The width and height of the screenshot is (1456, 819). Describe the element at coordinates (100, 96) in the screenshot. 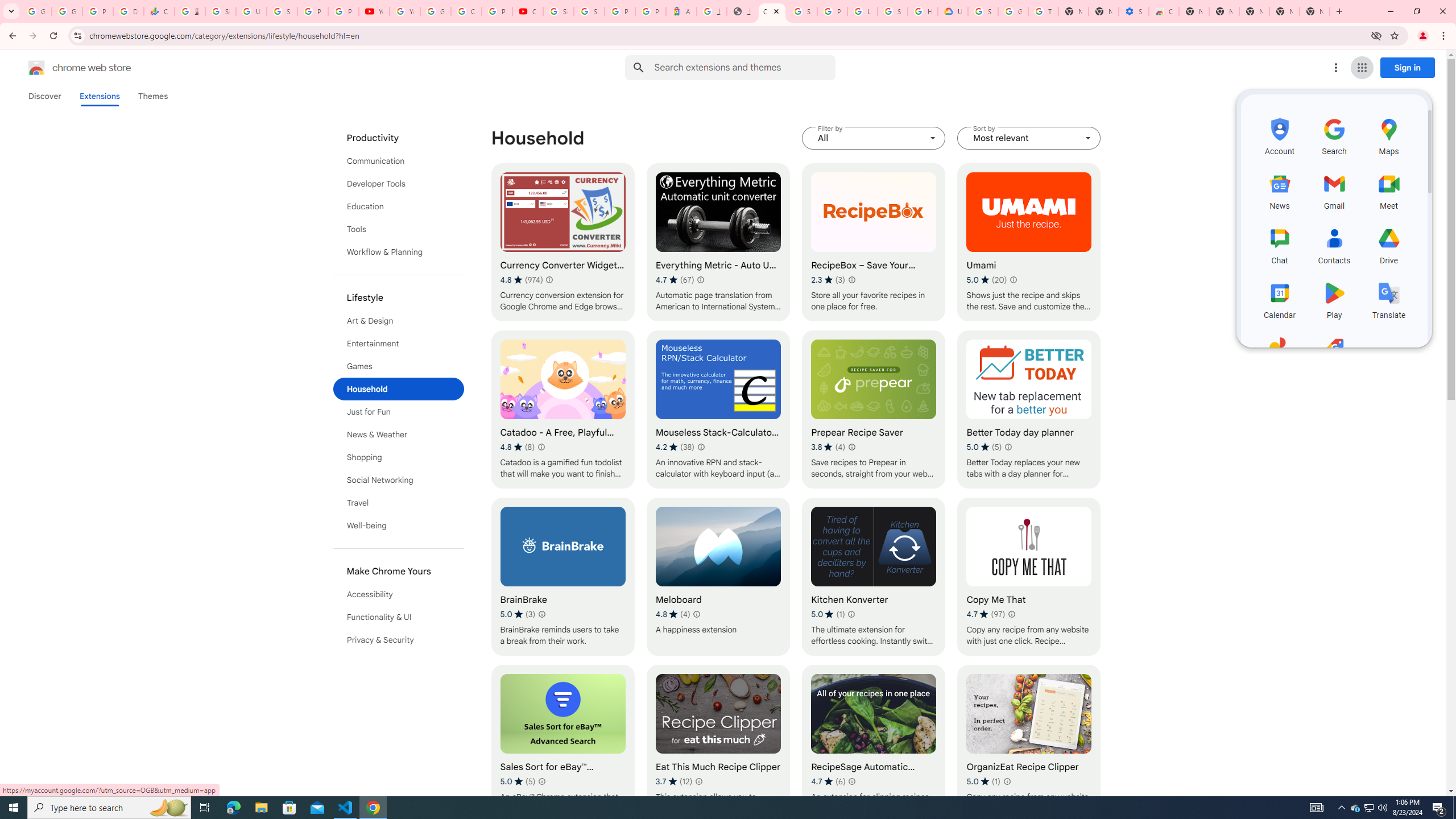

I see `'Extensions'` at that location.